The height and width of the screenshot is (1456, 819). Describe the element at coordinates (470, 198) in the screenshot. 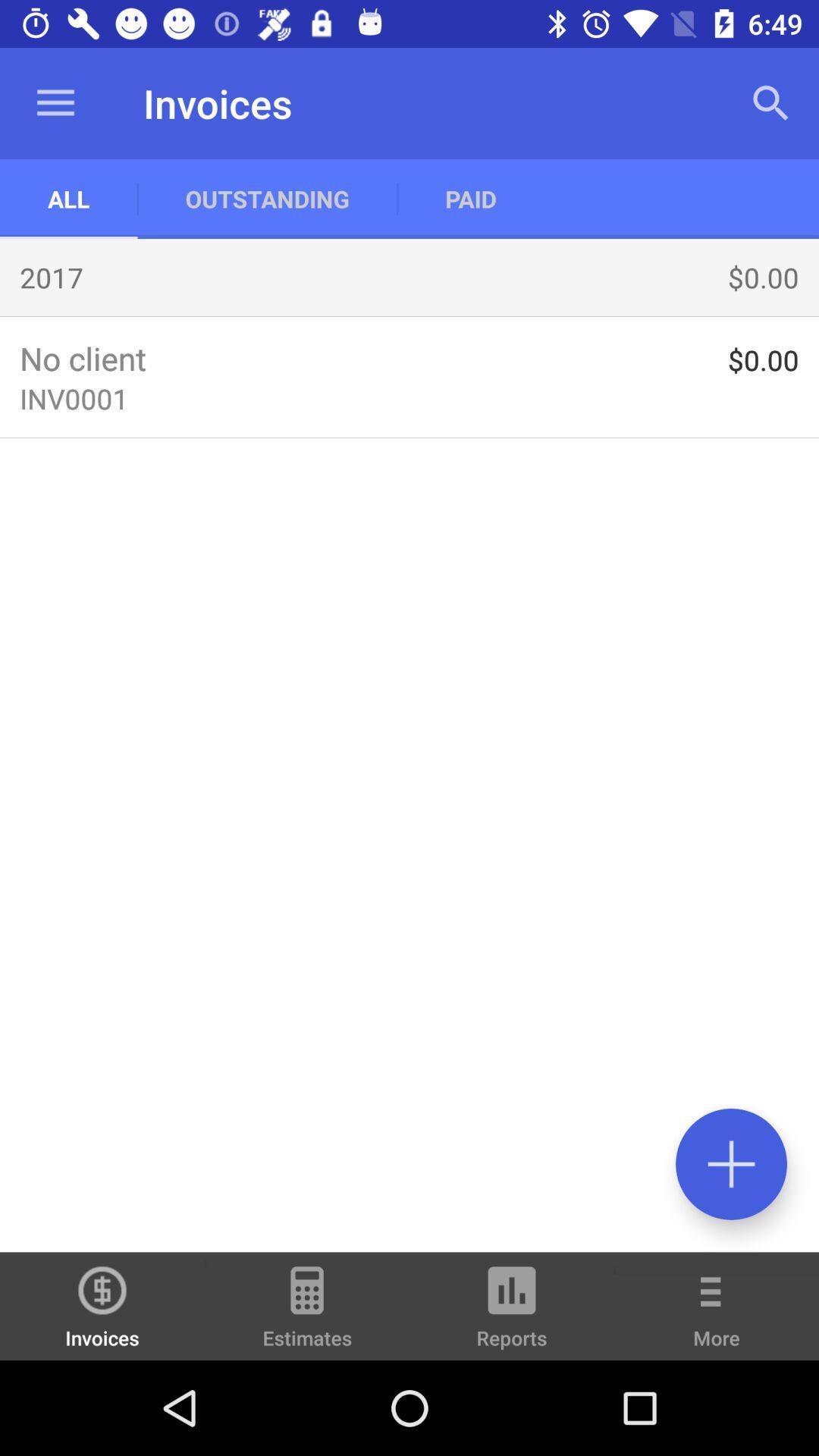

I see `paid item` at that location.